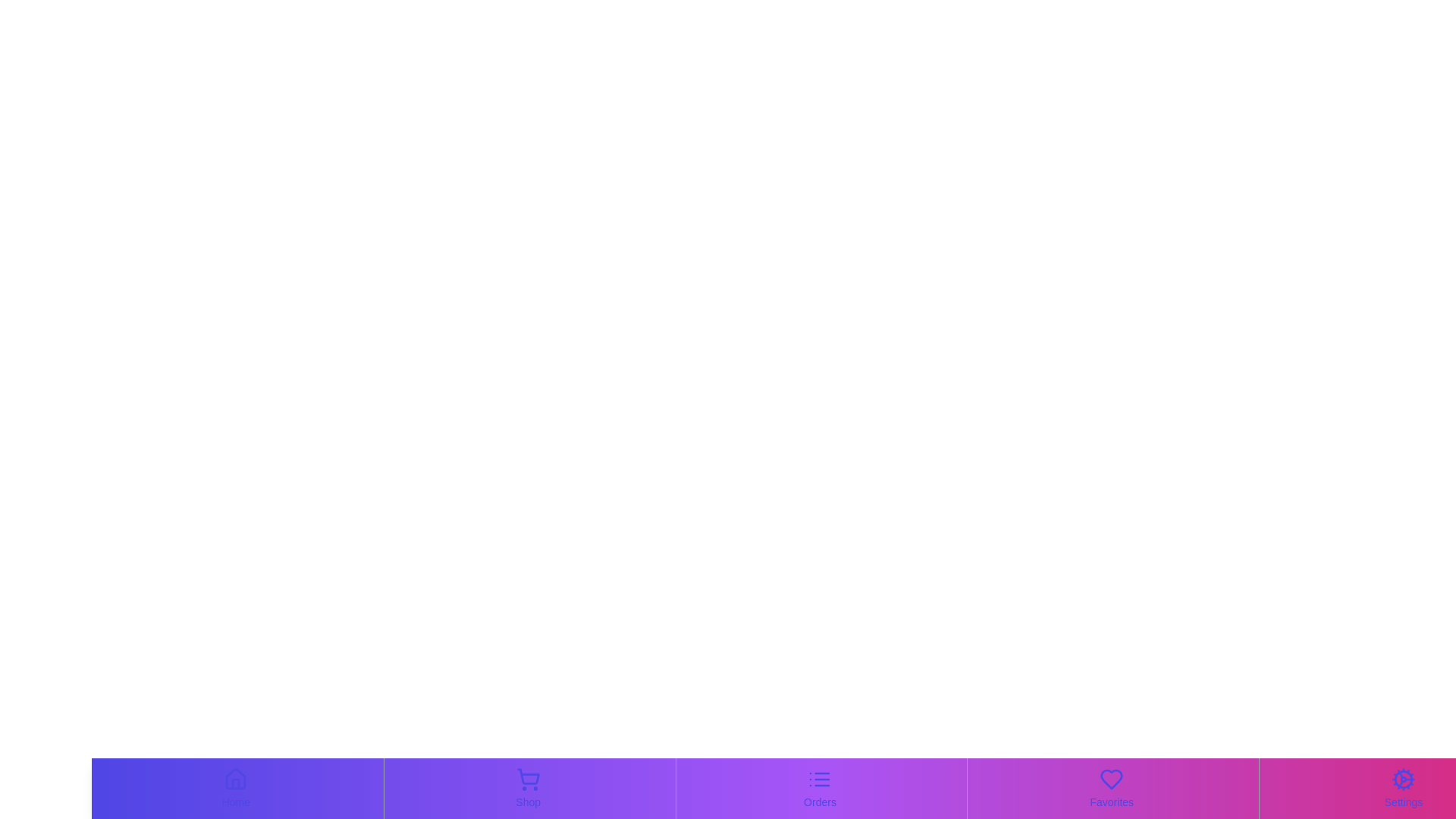  I want to click on the Settings navigation tab, so click(1403, 788).